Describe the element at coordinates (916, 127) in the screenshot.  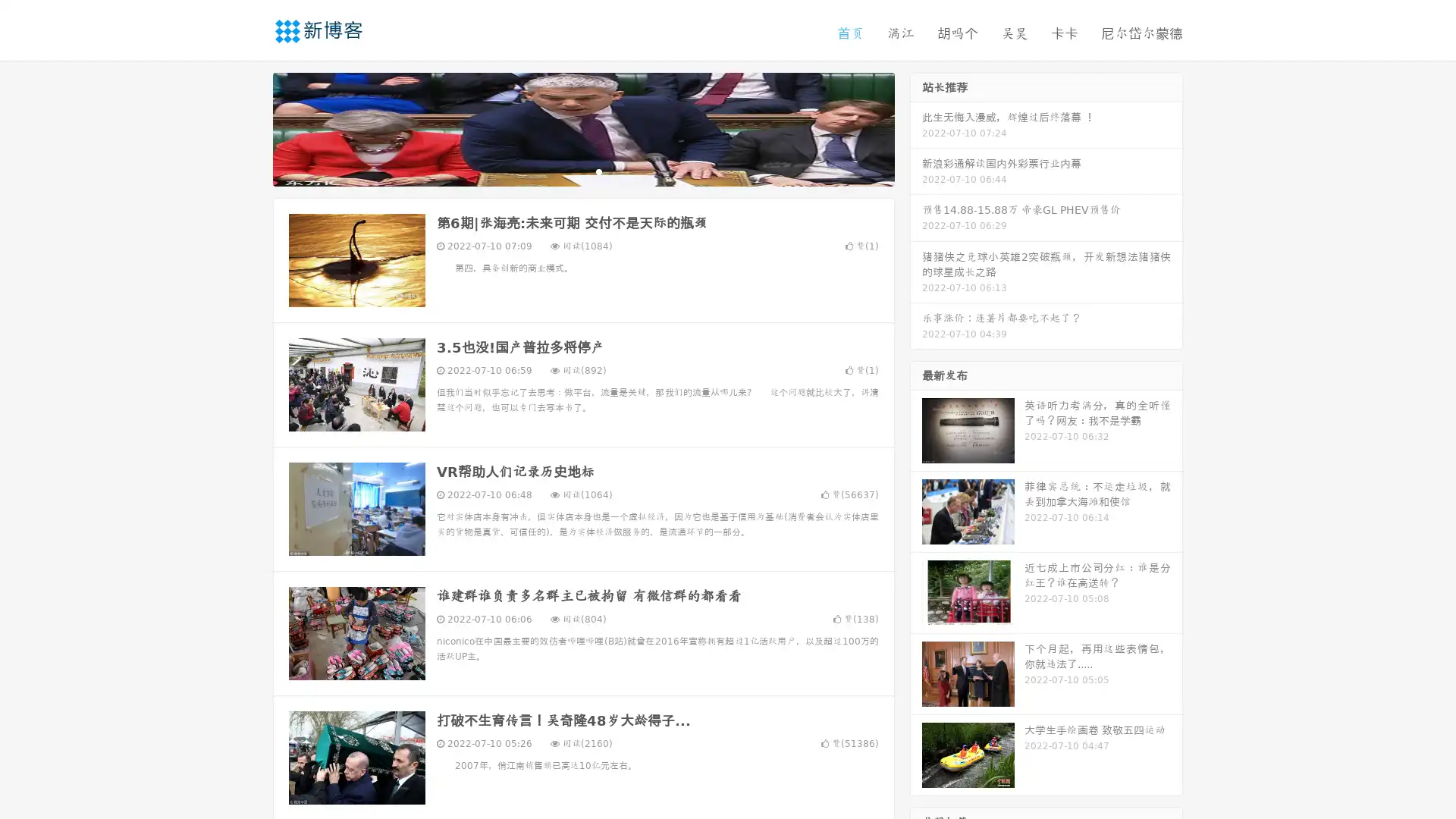
I see `Next slide` at that location.